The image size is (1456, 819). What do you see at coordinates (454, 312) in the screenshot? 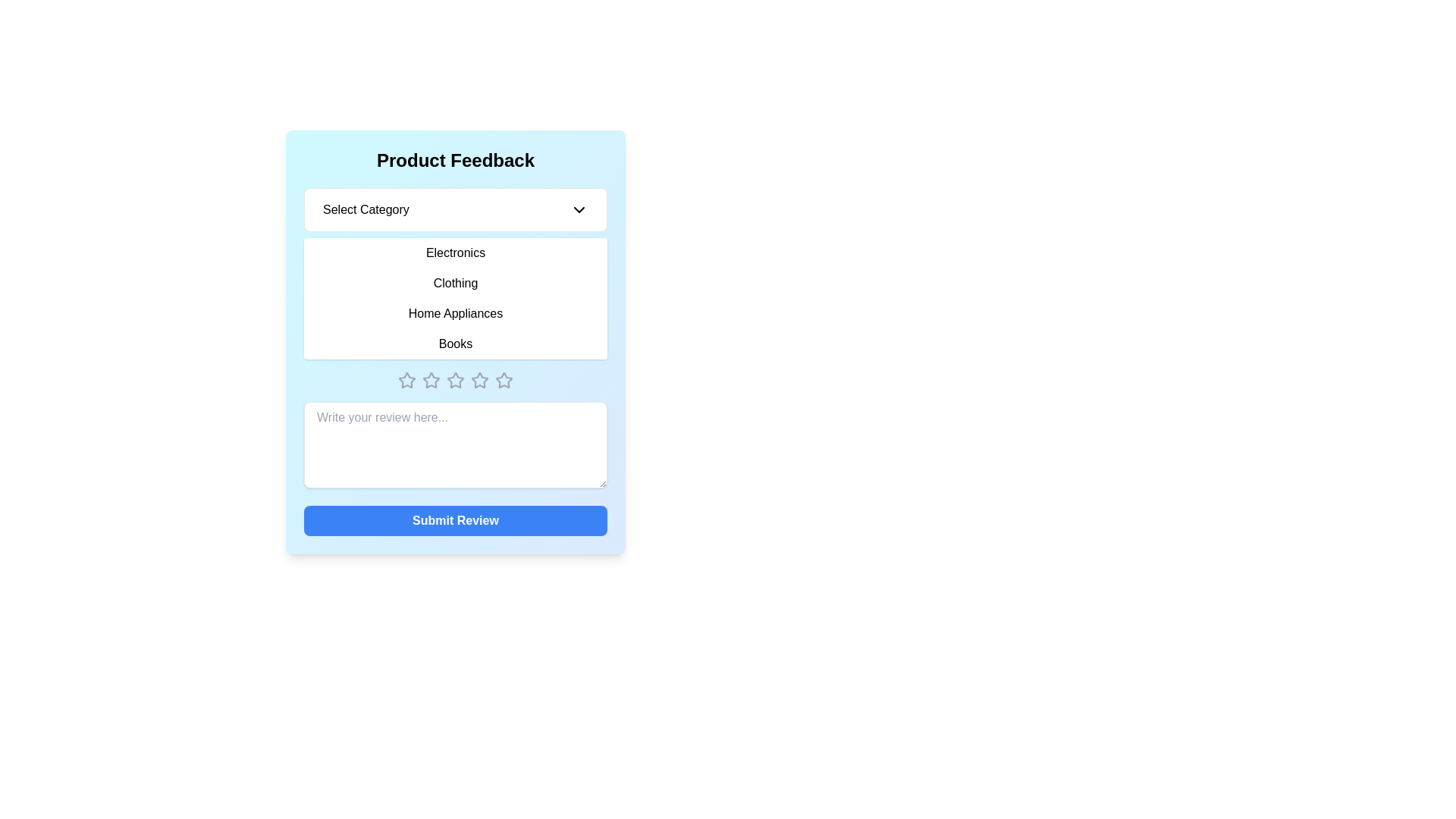
I see `the 'Home Appliances' dropdown menu item, which is the third option in the 'Select Category' section of the interface` at bounding box center [454, 312].